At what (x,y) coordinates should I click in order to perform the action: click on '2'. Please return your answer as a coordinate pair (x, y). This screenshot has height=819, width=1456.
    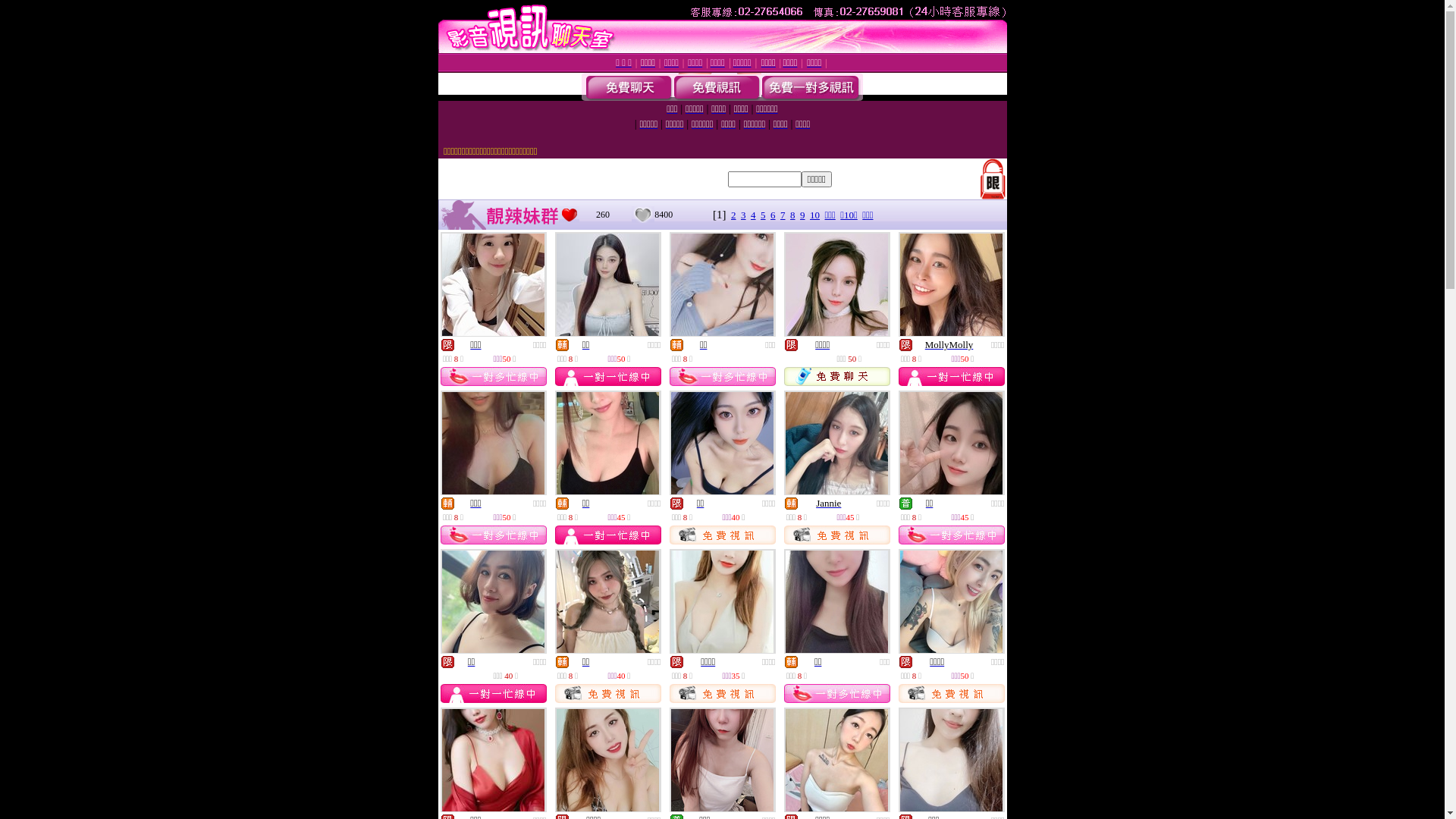
    Looking at the image, I should click on (733, 215).